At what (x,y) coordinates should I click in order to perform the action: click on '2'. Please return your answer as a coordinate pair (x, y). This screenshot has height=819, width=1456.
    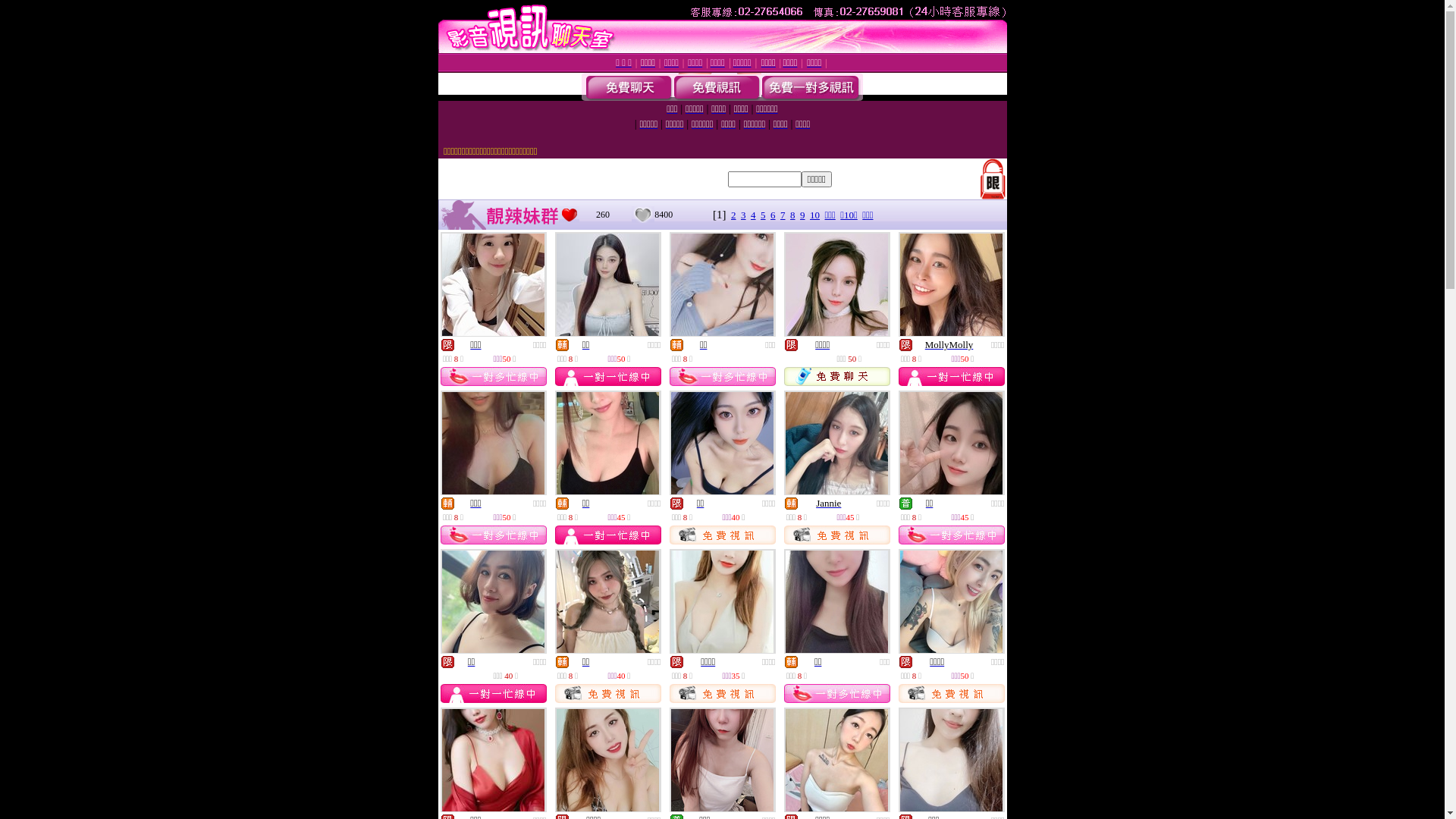
    Looking at the image, I should click on (733, 215).